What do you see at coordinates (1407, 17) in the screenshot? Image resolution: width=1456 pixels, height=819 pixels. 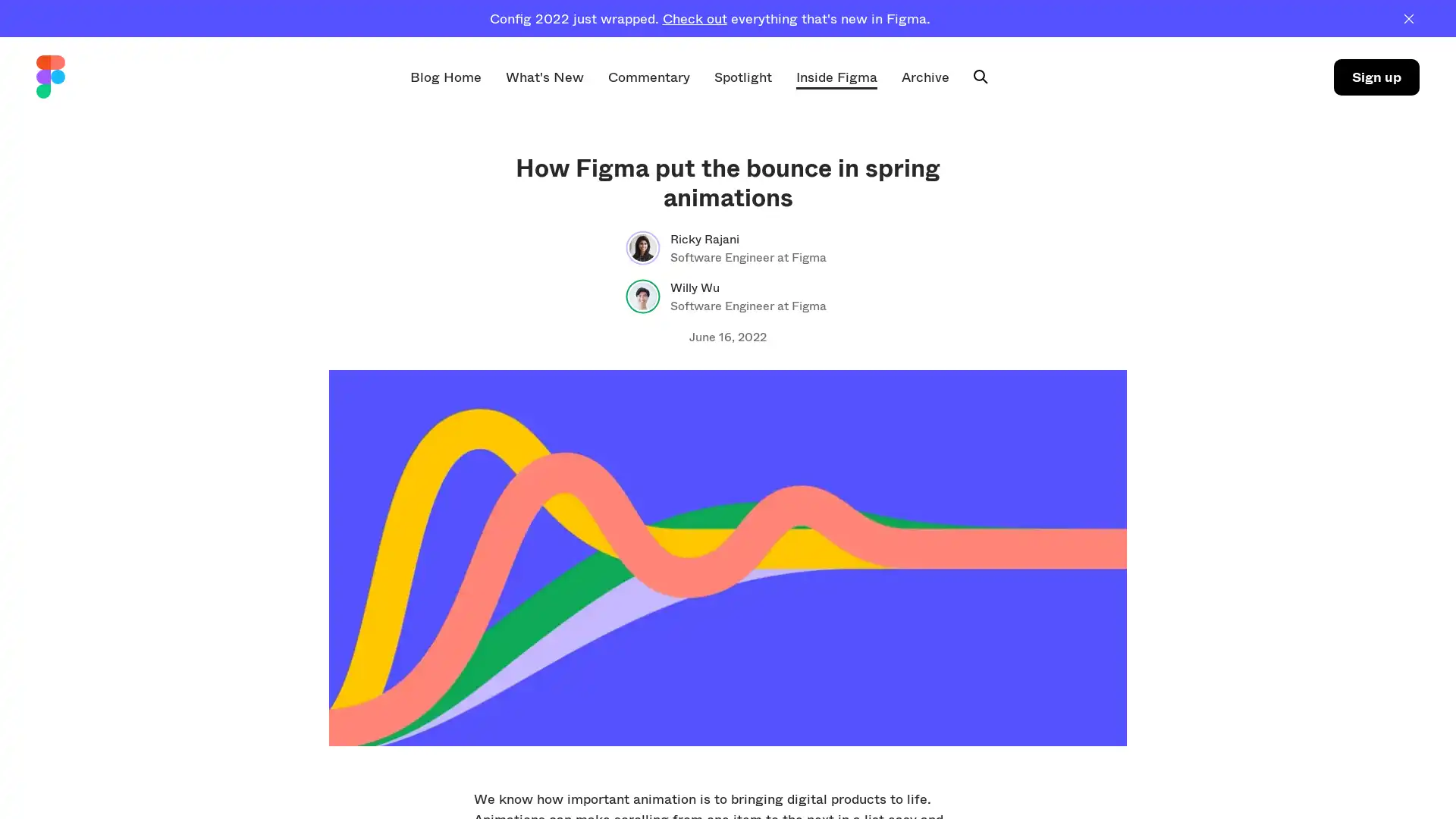 I see `Dismiss` at bounding box center [1407, 17].